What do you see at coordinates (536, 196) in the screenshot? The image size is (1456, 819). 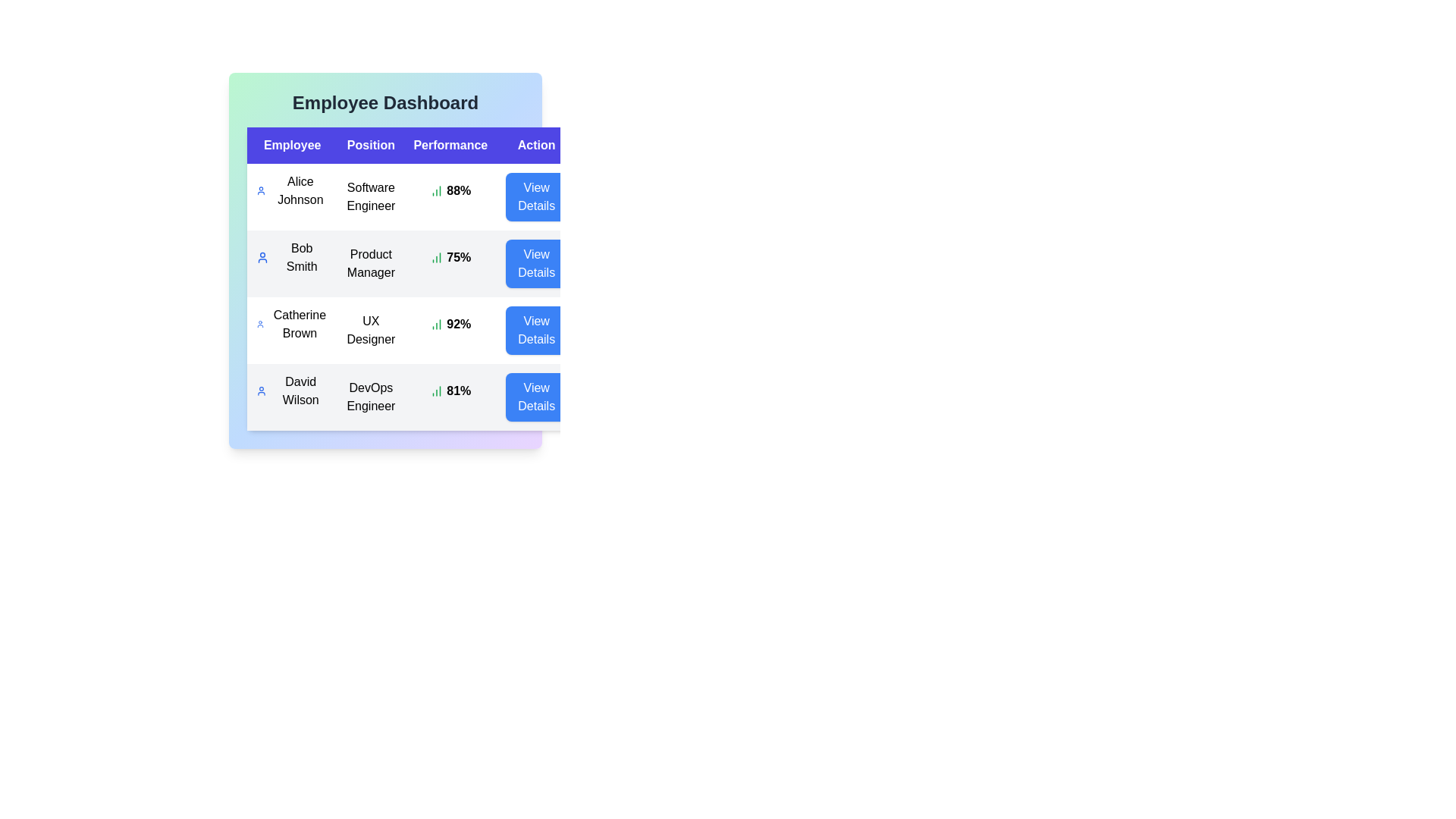 I see `'View Details' button for the employee specified by Alice Johnson` at bounding box center [536, 196].